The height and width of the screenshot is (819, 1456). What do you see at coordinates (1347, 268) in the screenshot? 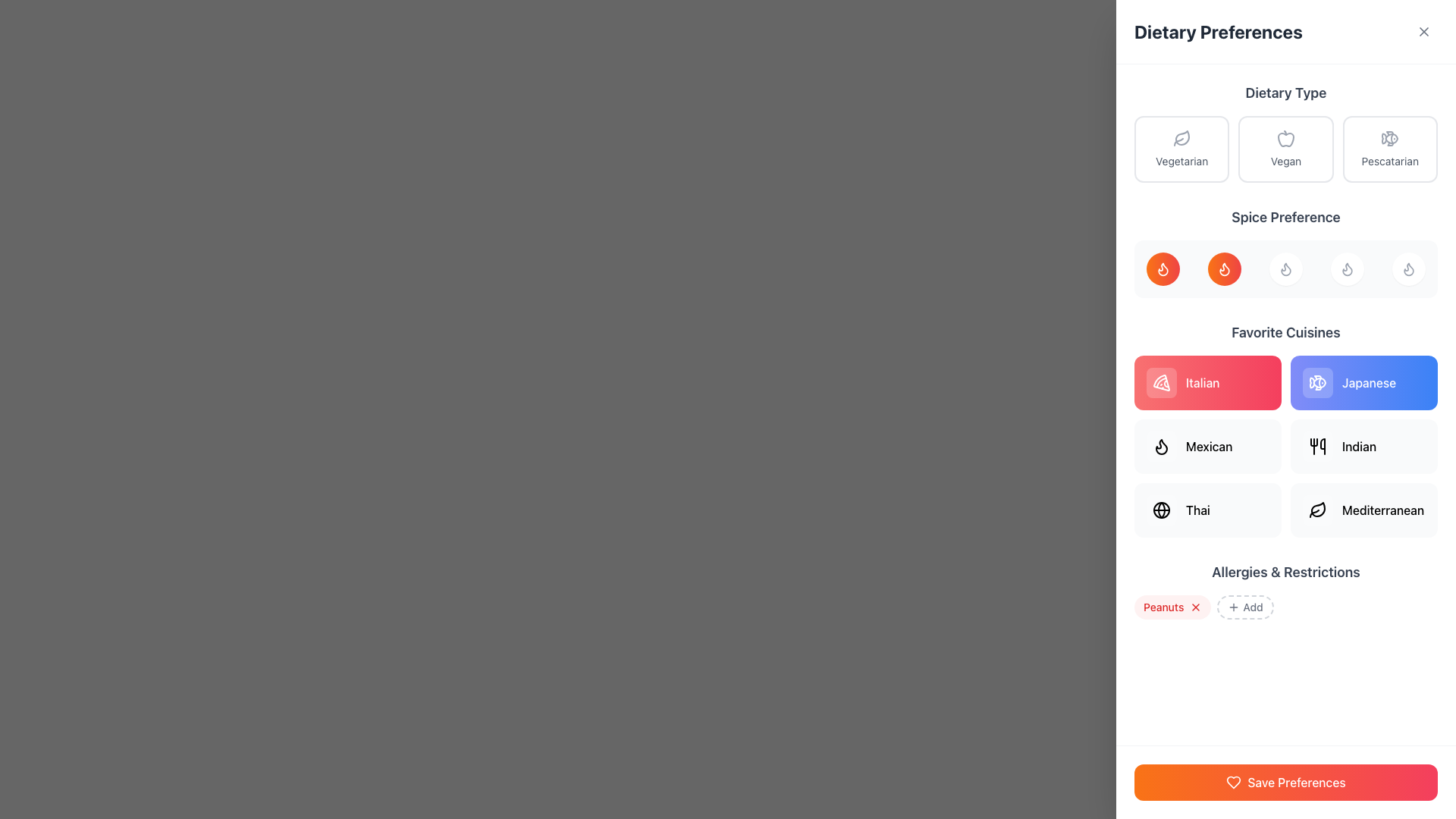
I see `the circular button with a white background and a gray flame icon, which is the fourth button in the 'Spice Preference' section` at bounding box center [1347, 268].